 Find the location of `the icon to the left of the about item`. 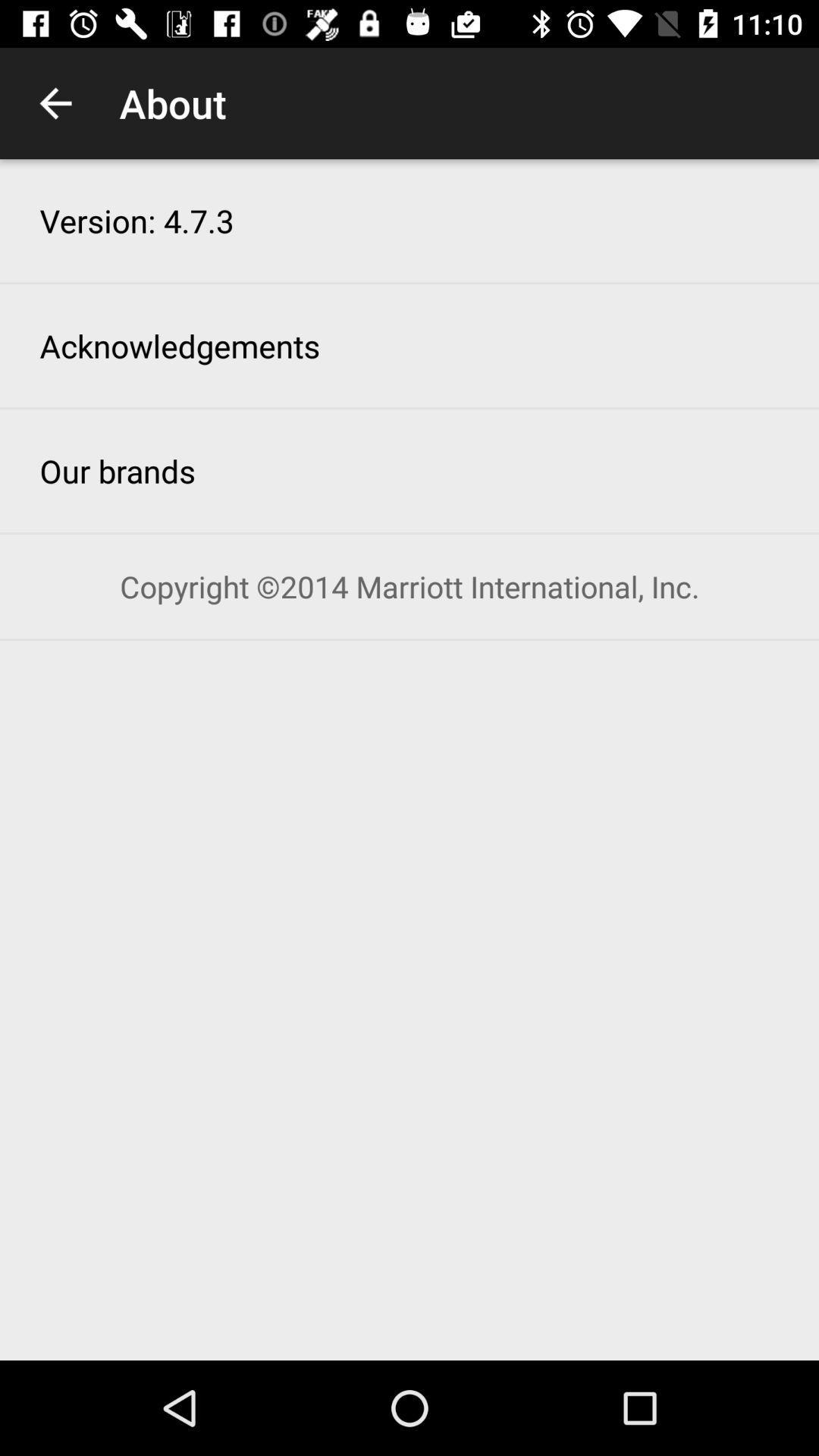

the icon to the left of the about item is located at coordinates (55, 102).